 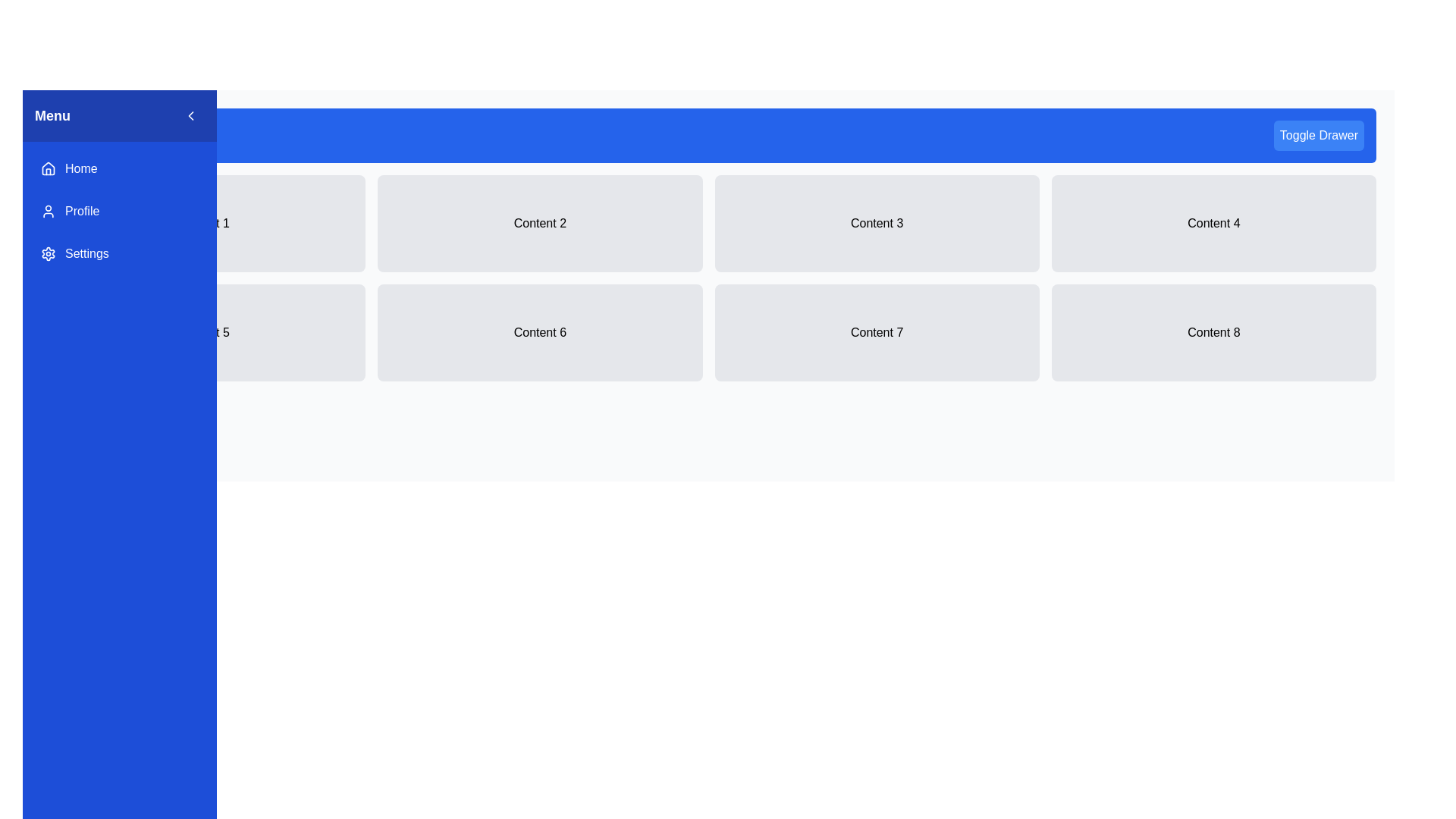 What do you see at coordinates (119, 253) in the screenshot?
I see `the 'Settings' button, which is the third item in a vertical list of three menu options in the sidebar, positioned below the 'Profile' option` at bounding box center [119, 253].